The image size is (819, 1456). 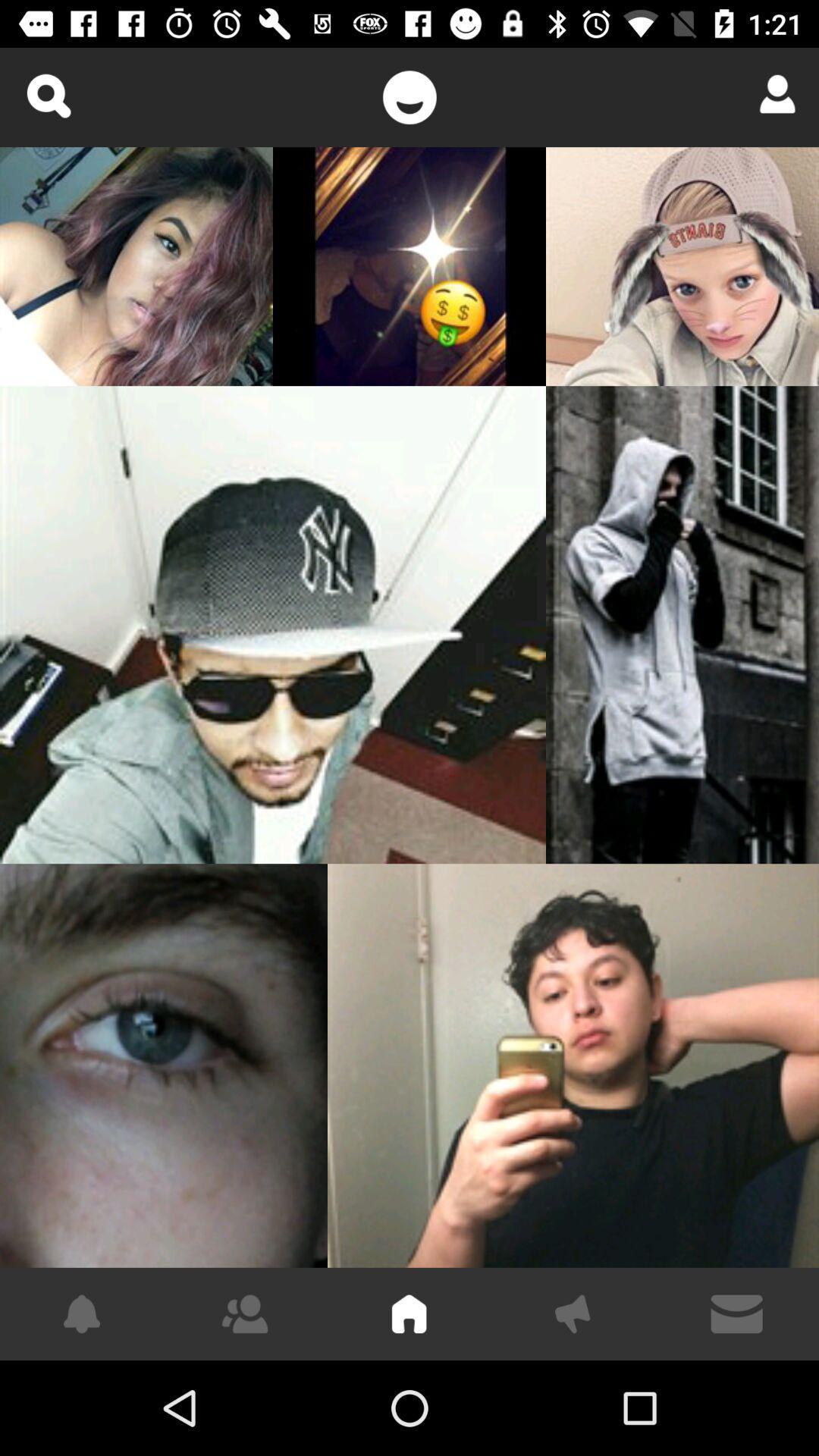 What do you see at coordinates (47, 95) in the screenshot?
I see `search bar` at bounding box center [47, 95].